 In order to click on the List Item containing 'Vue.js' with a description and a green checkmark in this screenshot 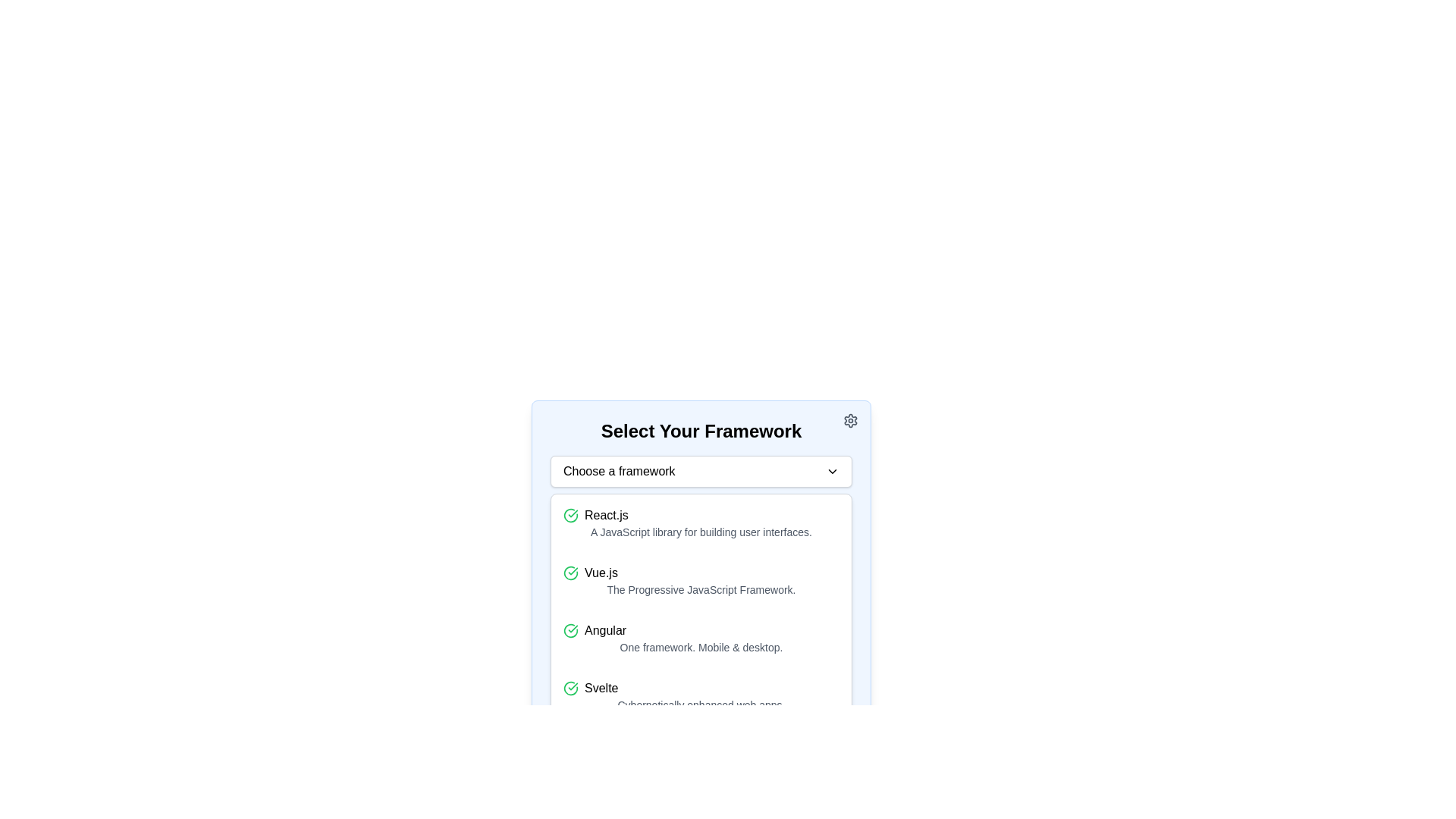, I will do `click(701, 580)`.